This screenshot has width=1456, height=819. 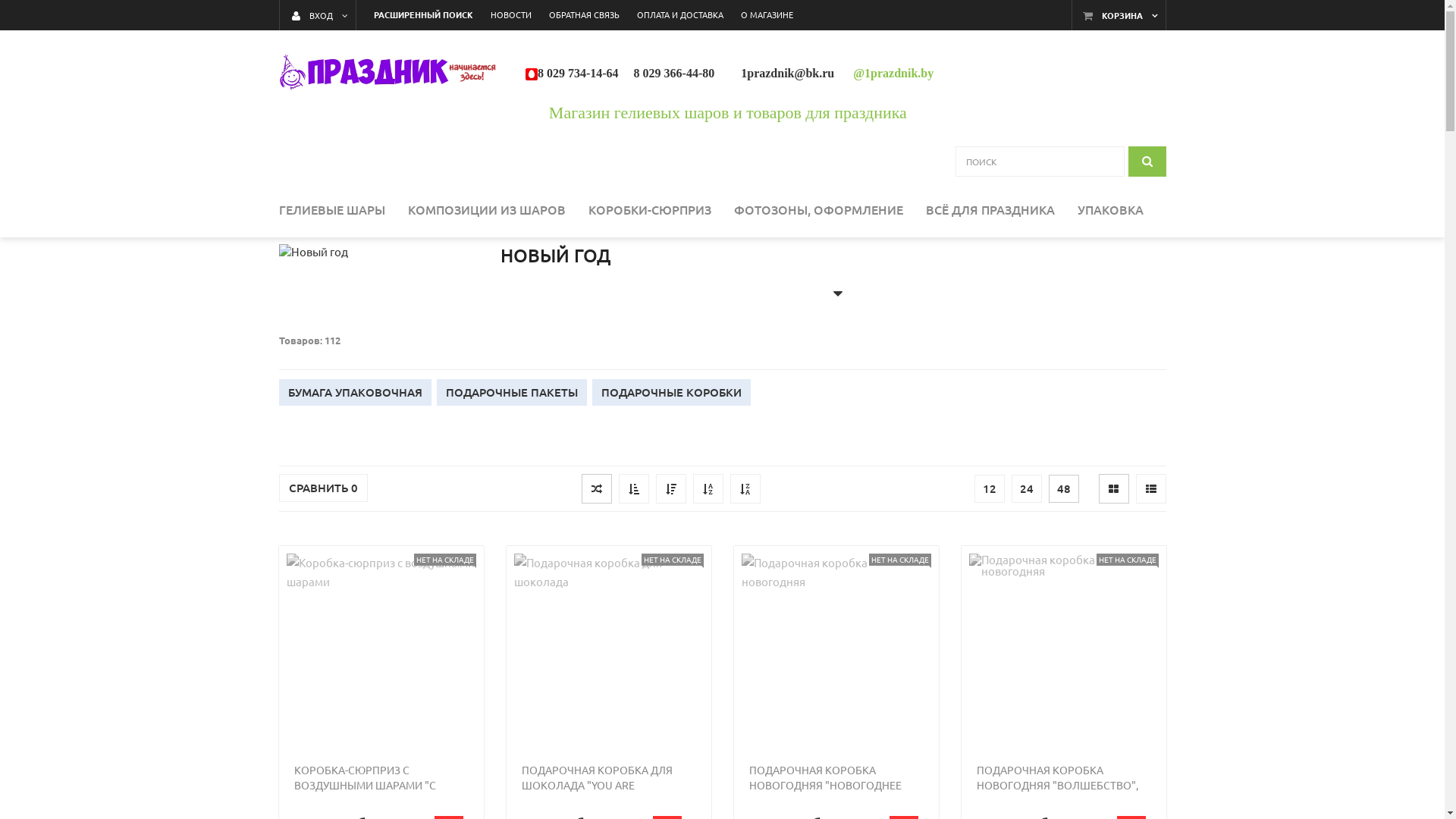 I want to click on '48', so click(x=1062, y=488).